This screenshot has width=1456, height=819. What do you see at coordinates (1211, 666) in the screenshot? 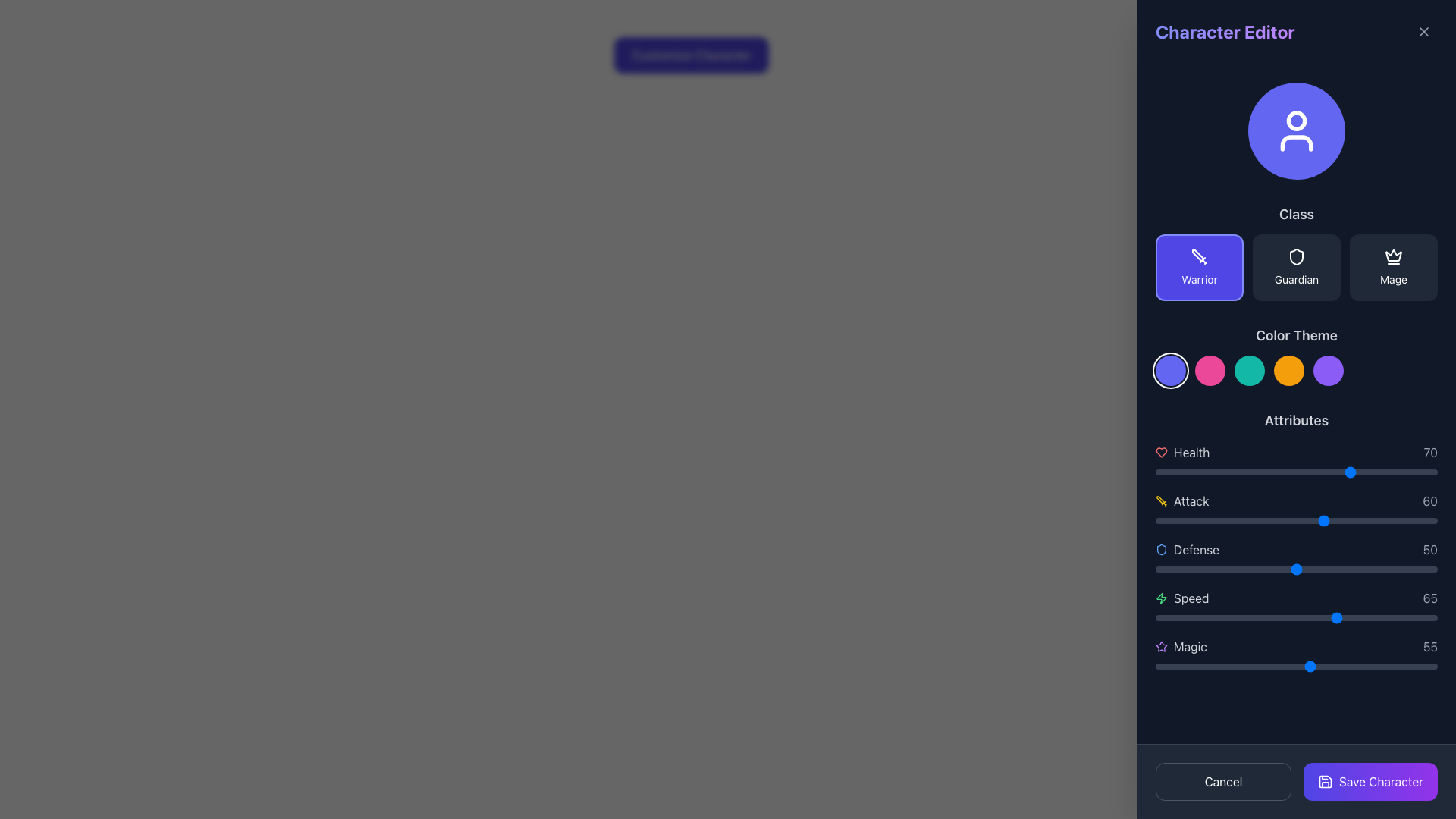
I see `the magic attribute` at bounding box center [1211, 666].